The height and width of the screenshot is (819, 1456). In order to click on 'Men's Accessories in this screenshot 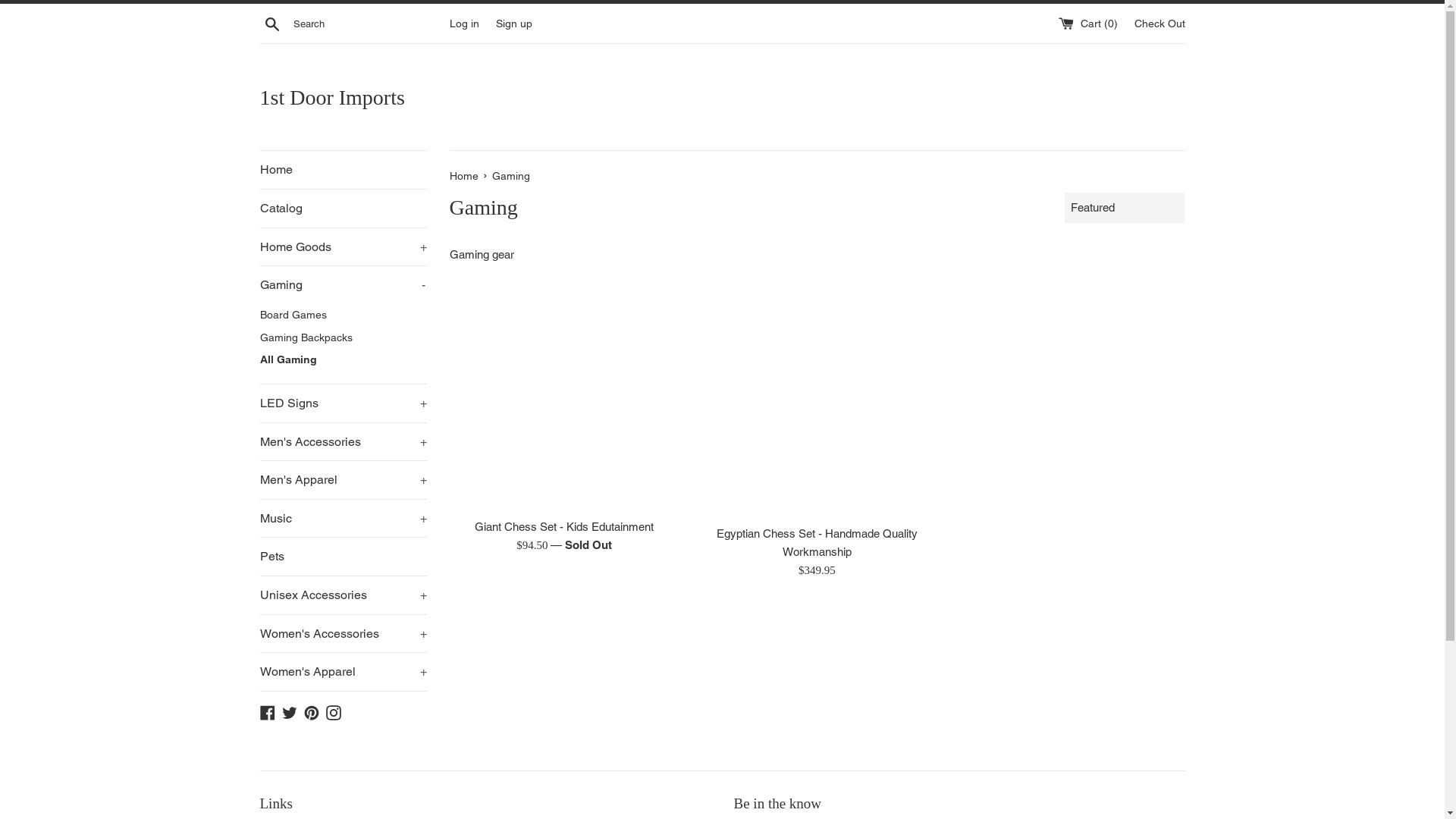, I will do `click(341, 441)`.